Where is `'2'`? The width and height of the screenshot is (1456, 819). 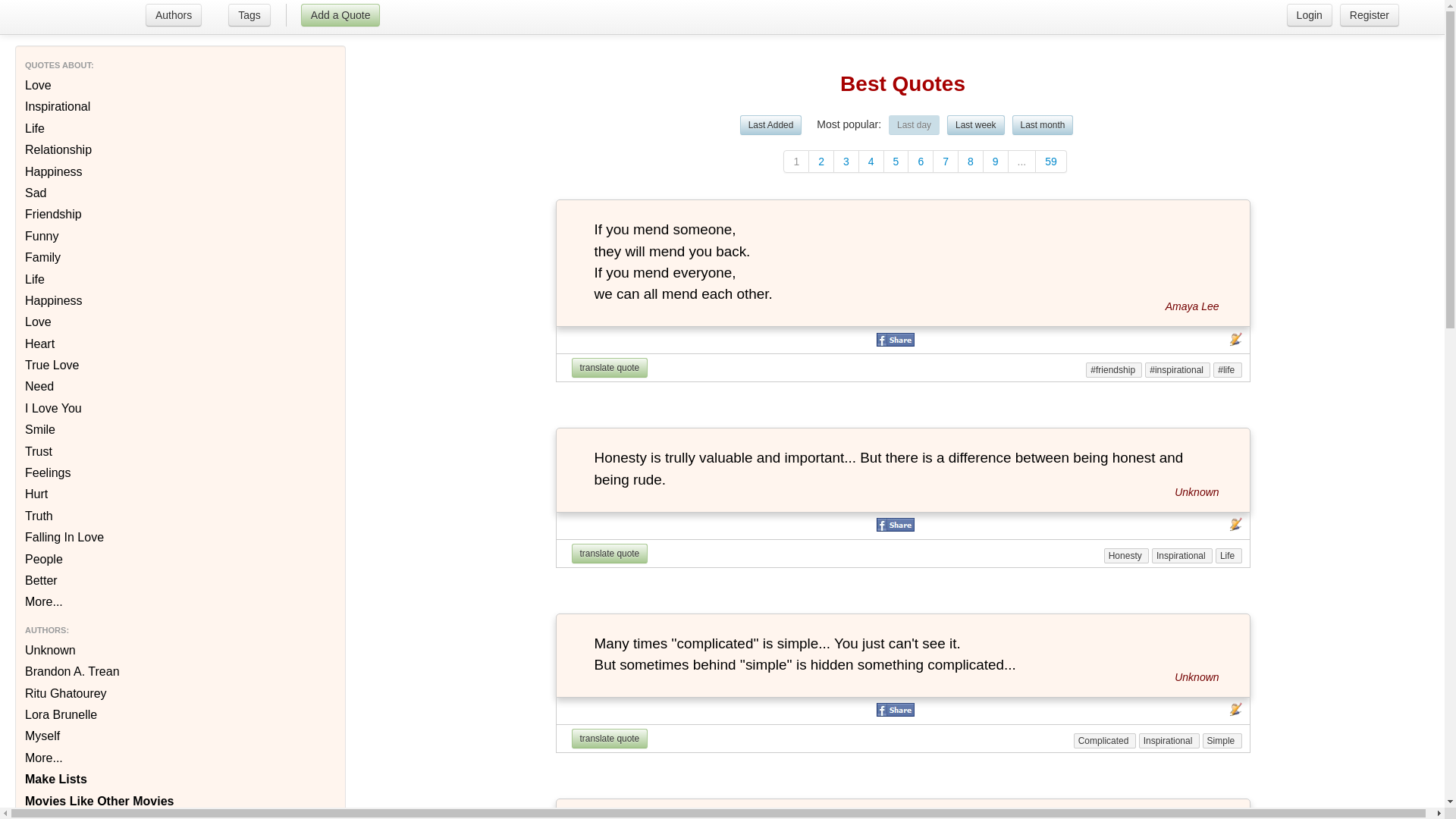 '2' is located at coordinates (808, 161).